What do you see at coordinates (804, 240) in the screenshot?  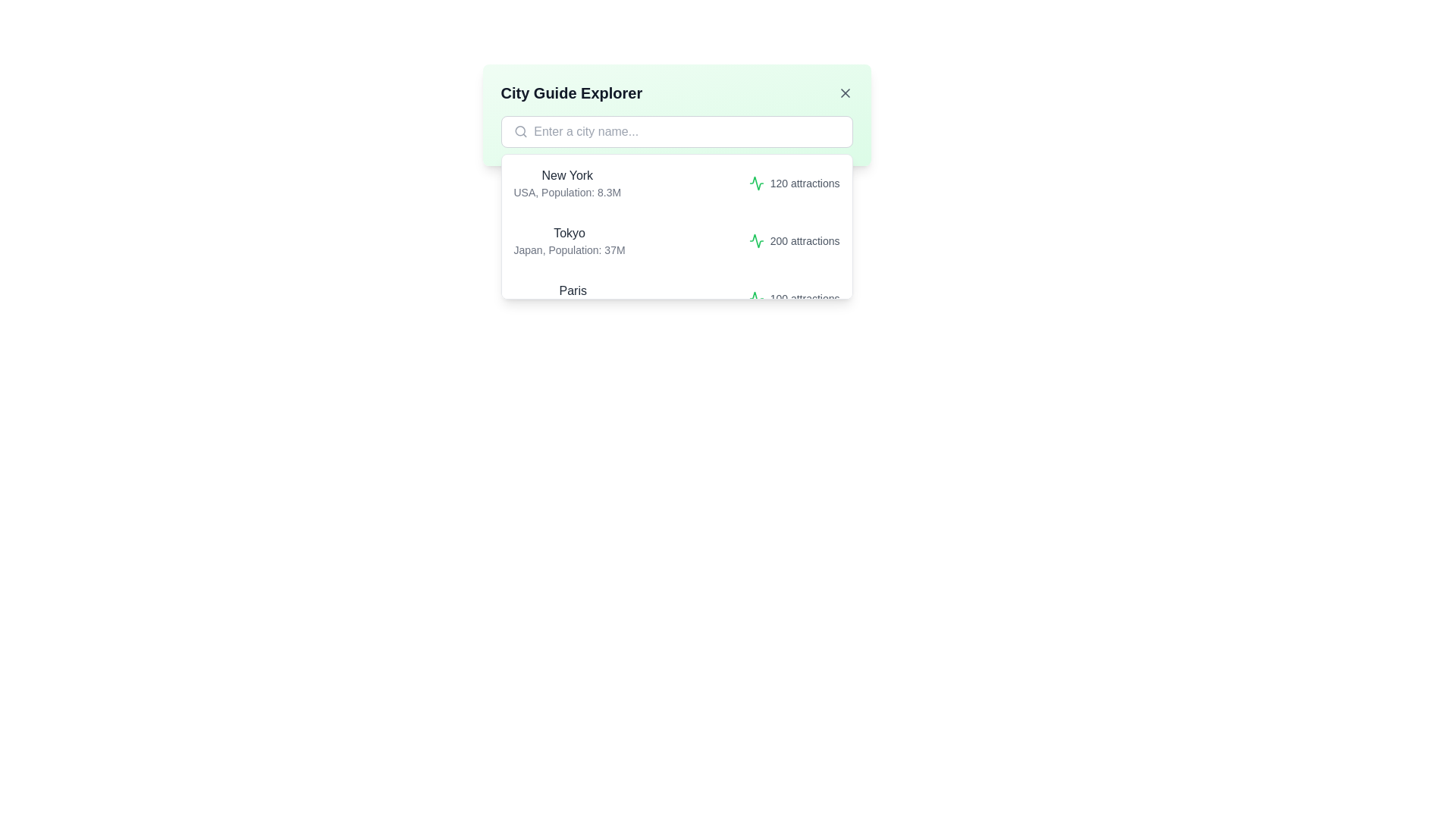 I see `text element displaying '200 attractions' in a smaller gray font located in the middle of the right side of the list entry for Tokyo, Japan` at bounding box center [804, 240].